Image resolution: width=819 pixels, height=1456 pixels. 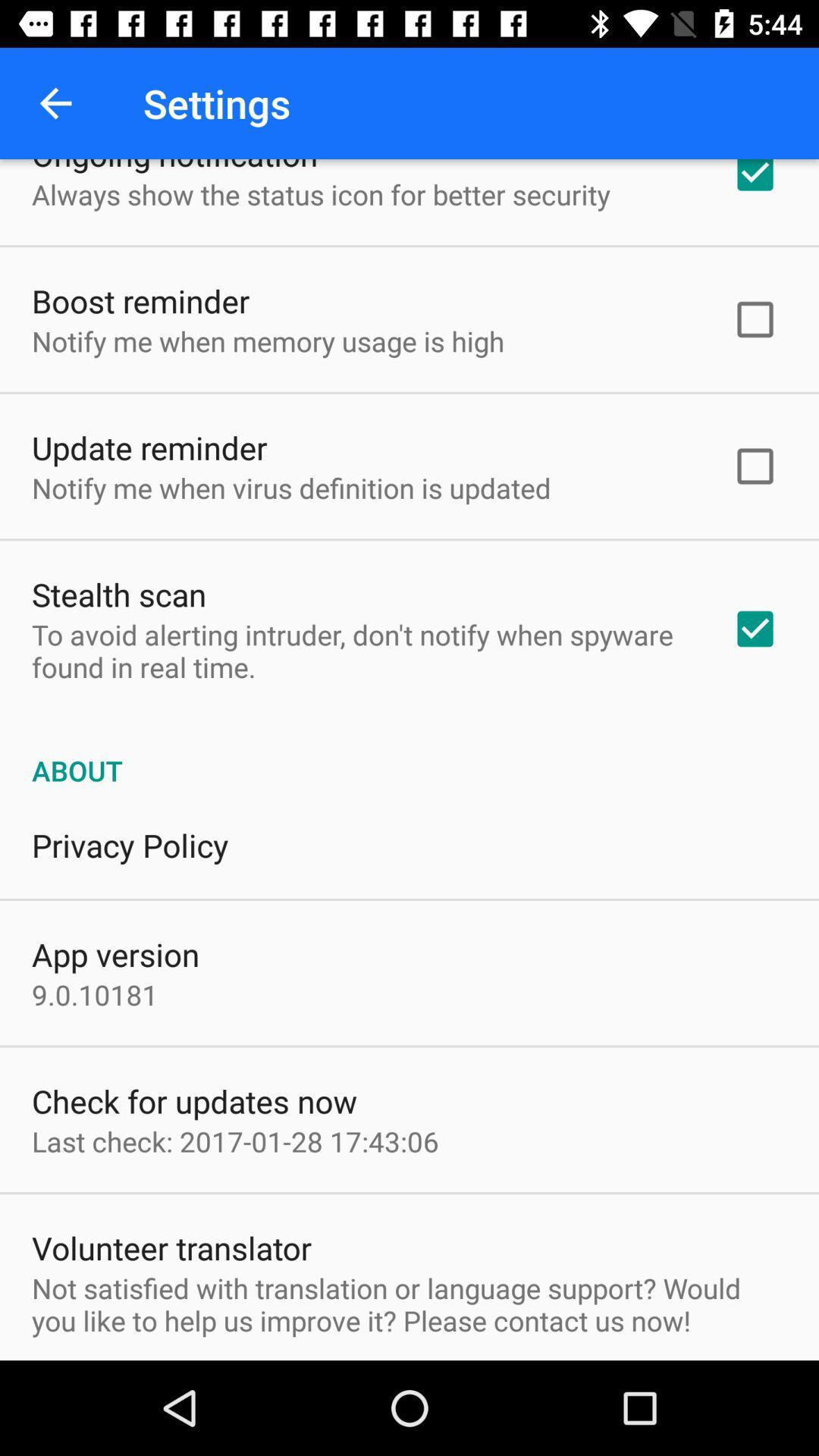 I want to click on icon above 9.0.10181 icon, so click(x=115, y=953).